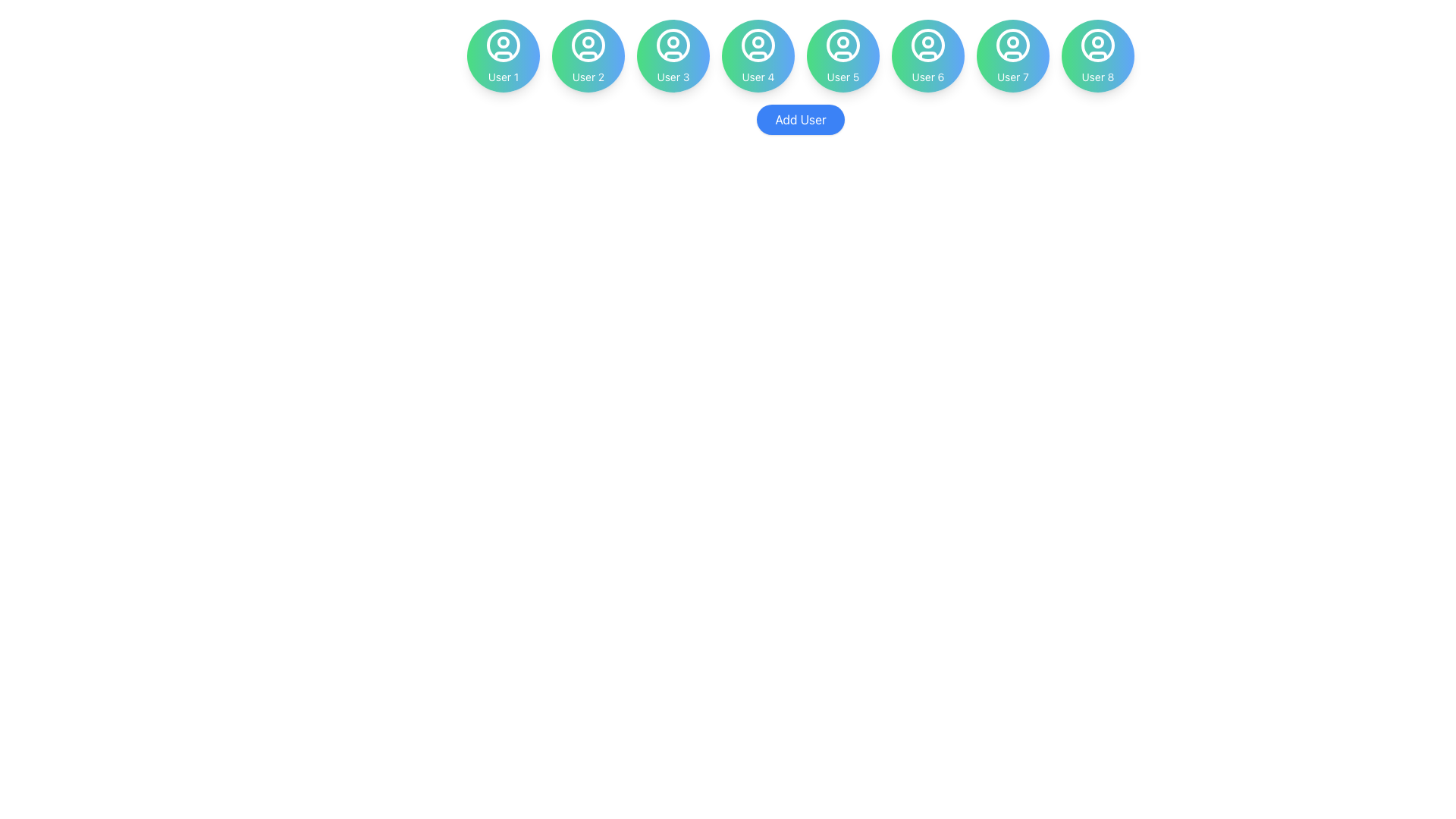 The image size is (1456, 819). What do you see at coordinates (503, 45) in the screenshot?
I see `the user icon with a green-to-blue gradient background, which is part of the 'User 1' circular button` at bounding box center [503, 45].